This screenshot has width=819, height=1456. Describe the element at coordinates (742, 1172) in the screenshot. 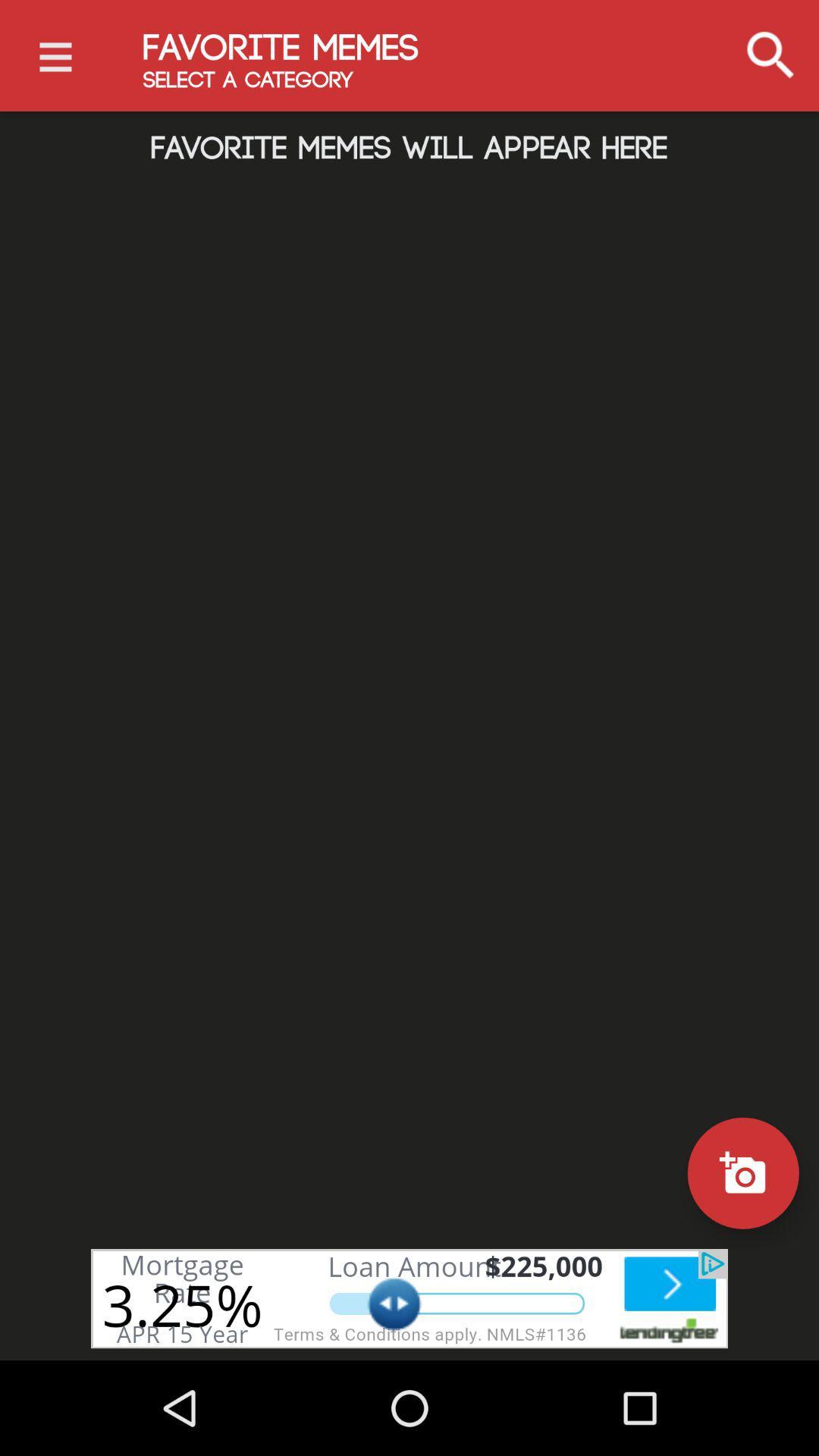

I see `a photo` at that location.